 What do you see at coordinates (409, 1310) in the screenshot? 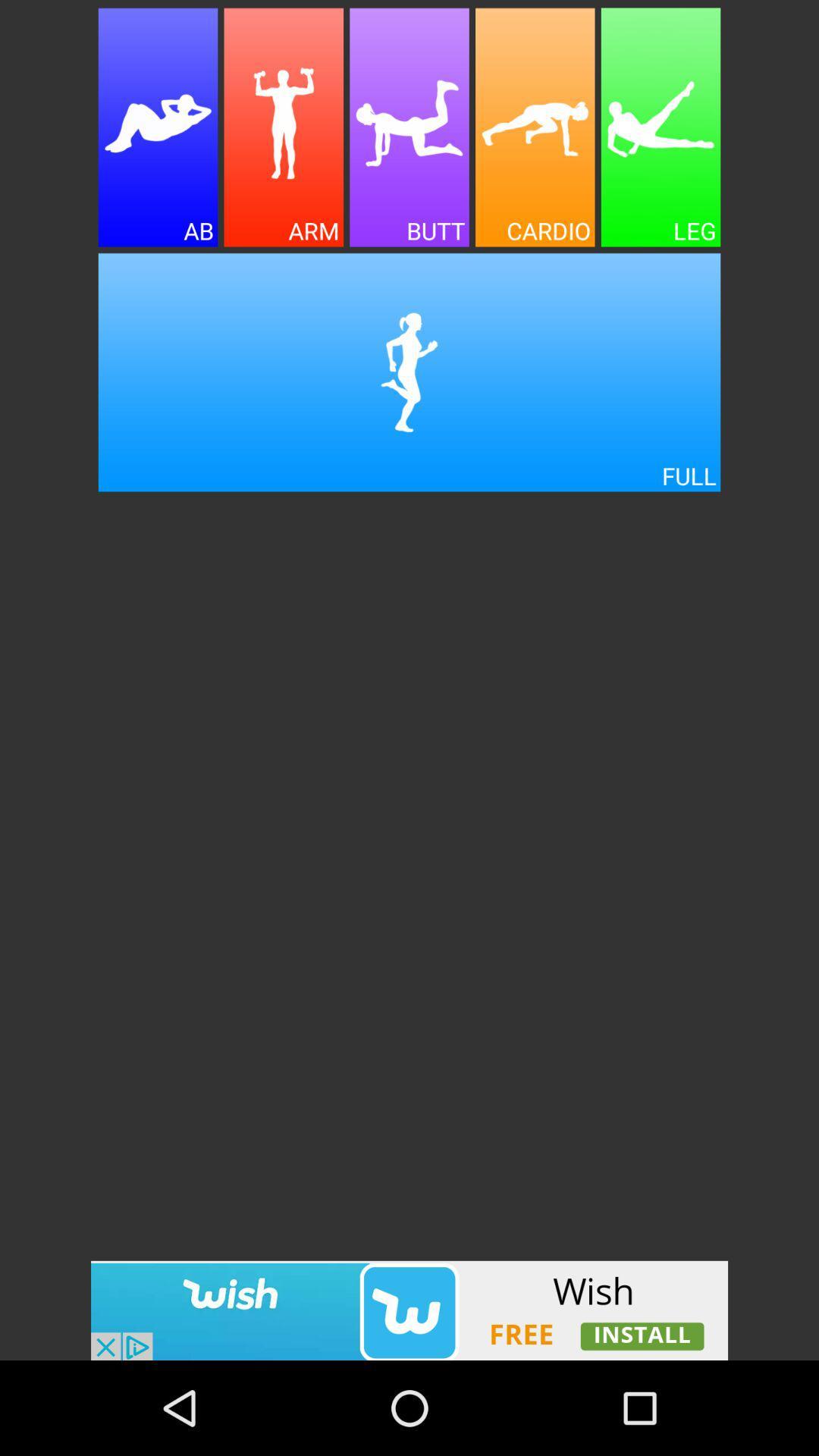
I see `advertisement` at bounding box center [409, 1310].